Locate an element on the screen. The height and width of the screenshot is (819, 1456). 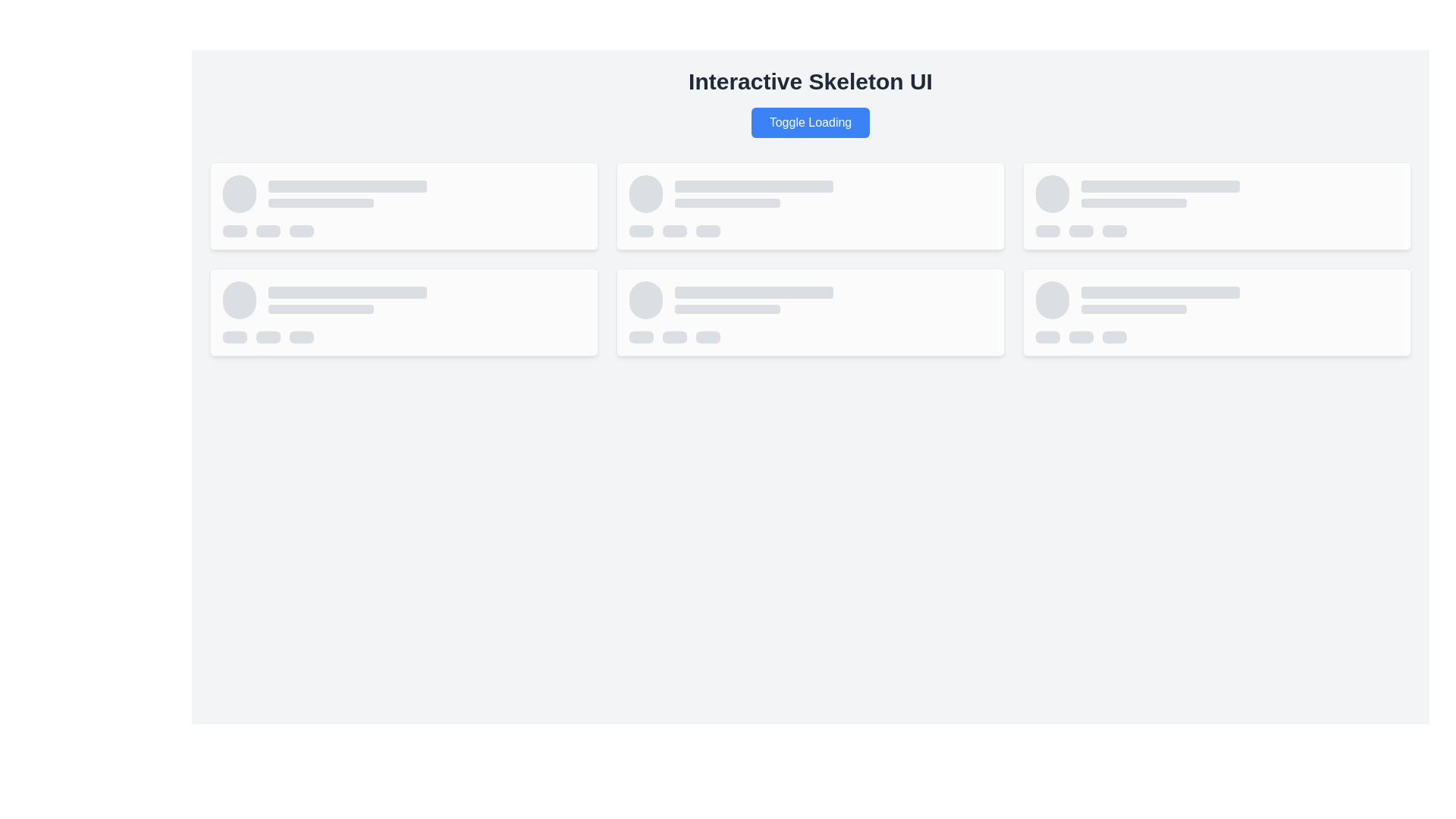
the visual placeholder loading indicator, which is a rounded horizontal bar located in the upper-right card of the grid layout is located at coordinates (1159, 186).